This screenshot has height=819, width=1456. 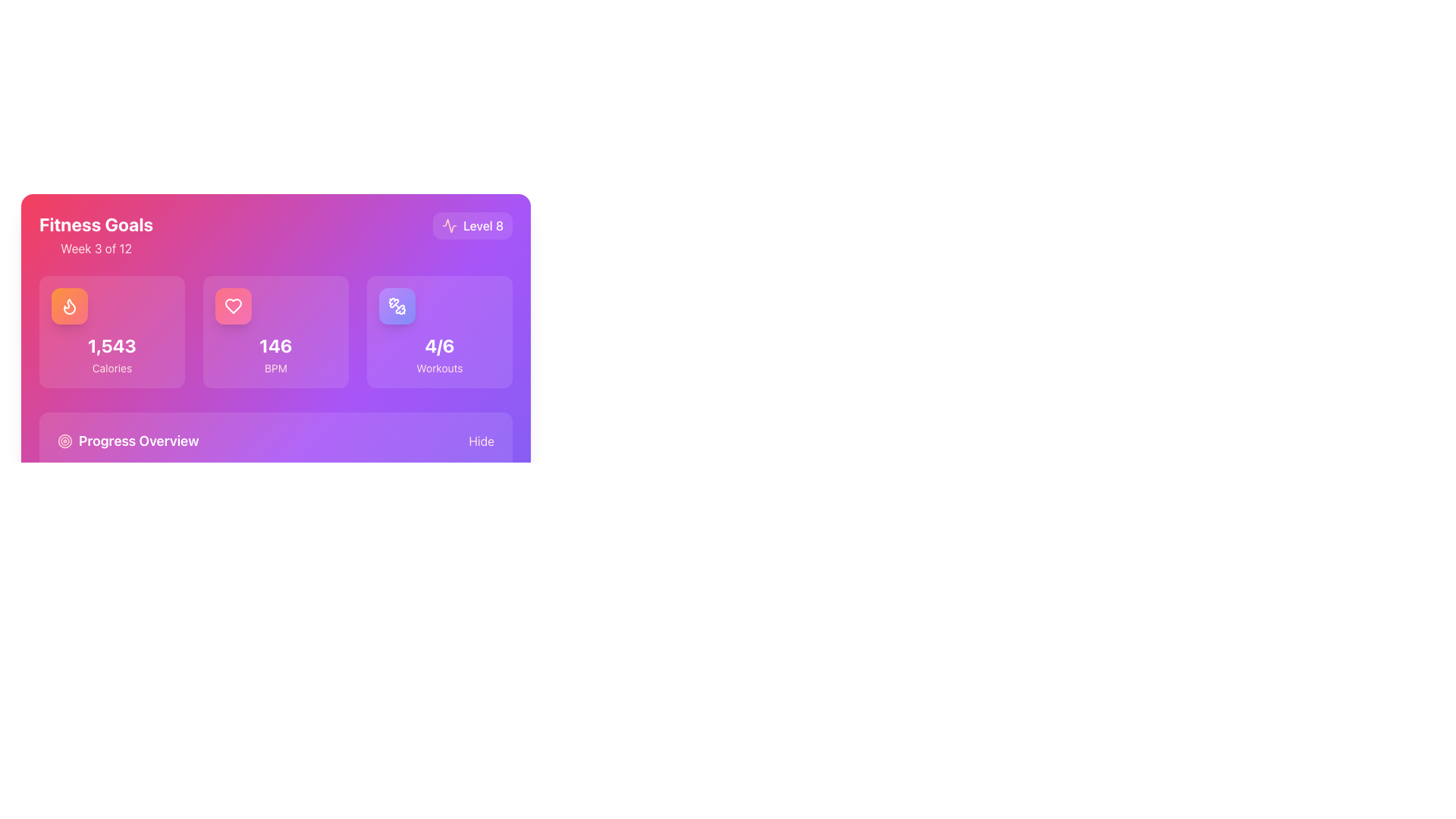 I want to click on the text label 'BPM' located directly beneath the bold numerical text '146' in the center panel of three horizontally aligned panels, so click(x=276, y=369).